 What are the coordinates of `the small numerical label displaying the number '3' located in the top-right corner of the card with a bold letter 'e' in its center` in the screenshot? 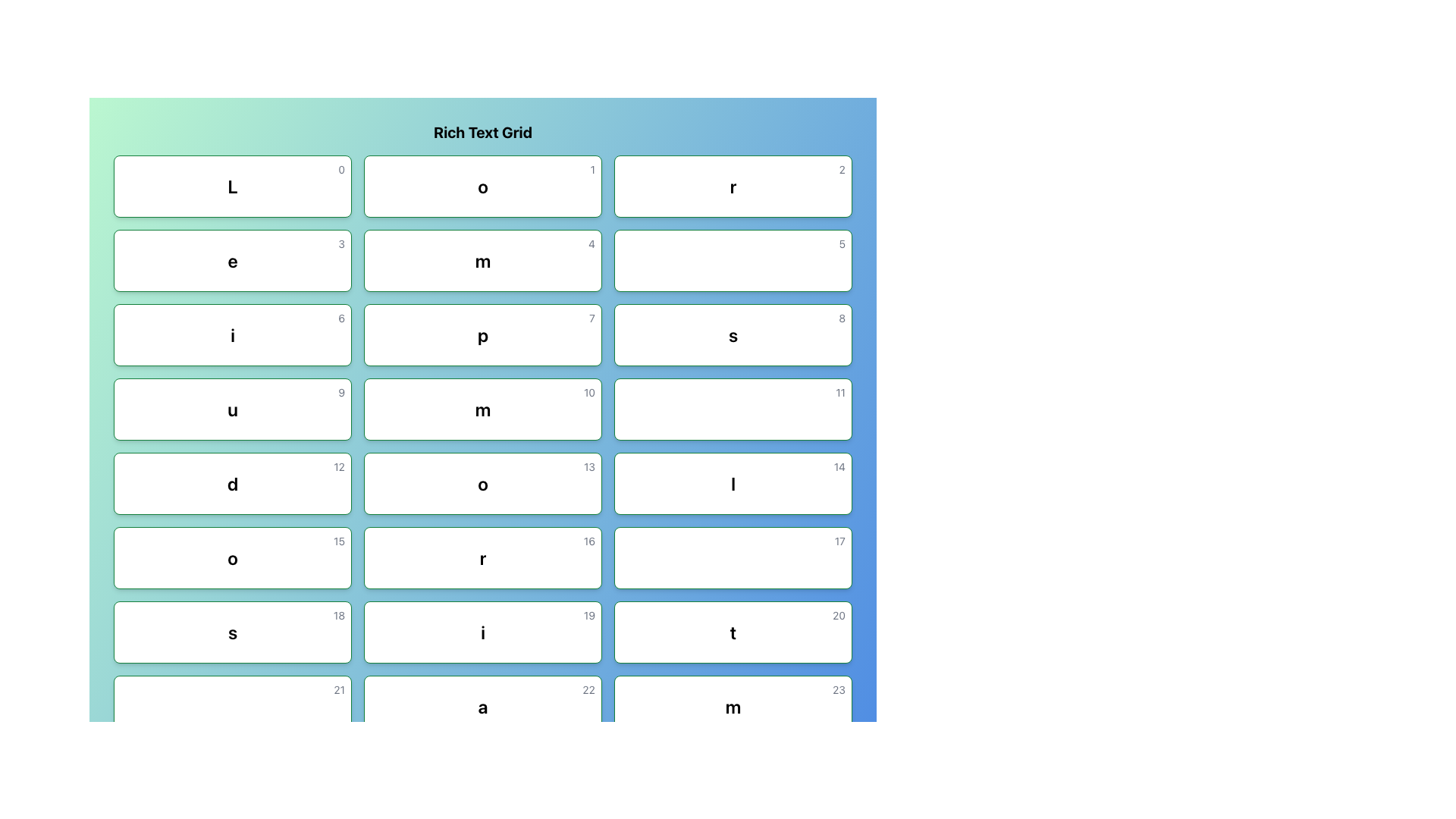 It's located at (340, 243).